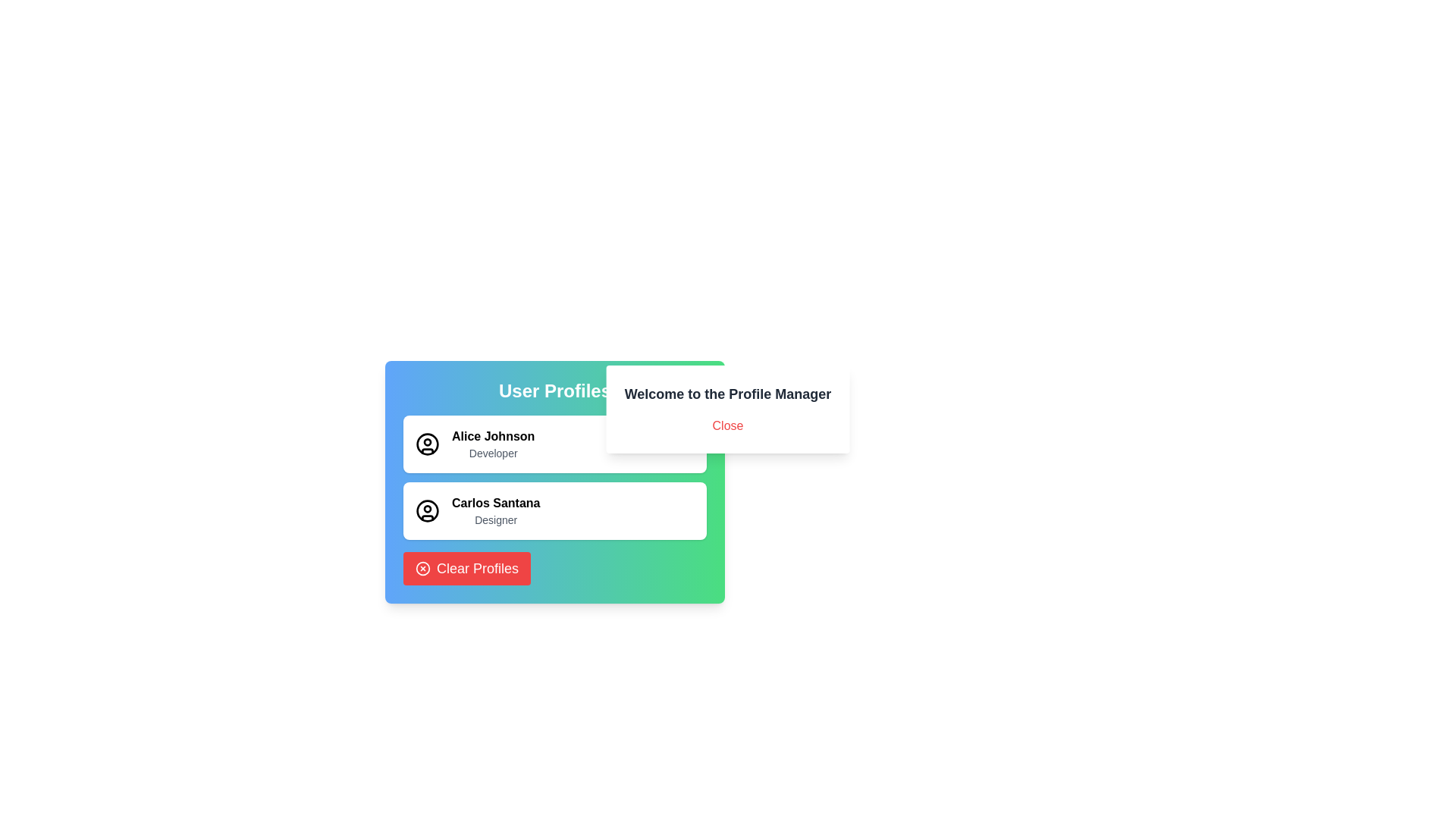 The width and height of the screenshot is (1456, 819). I want to click on name and title displayed in the second user profile text block, which is located below 'Alice Johnson' and above the 'Clear Profiles' button, so click(496, 511).